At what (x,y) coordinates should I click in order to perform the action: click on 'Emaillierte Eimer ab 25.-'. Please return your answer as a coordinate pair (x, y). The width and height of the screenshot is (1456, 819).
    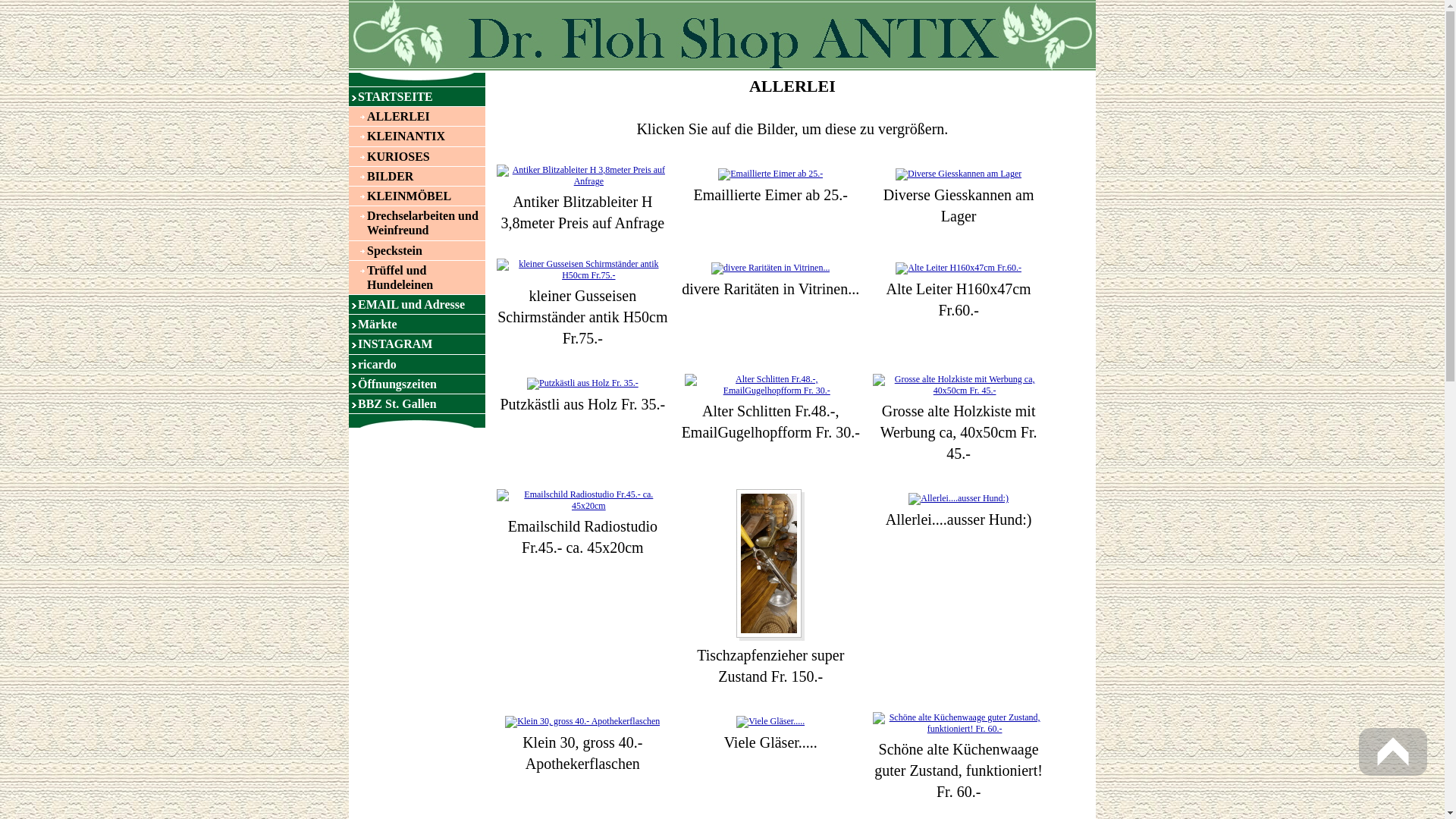
    Looking at the image, I should click on (770, 174).